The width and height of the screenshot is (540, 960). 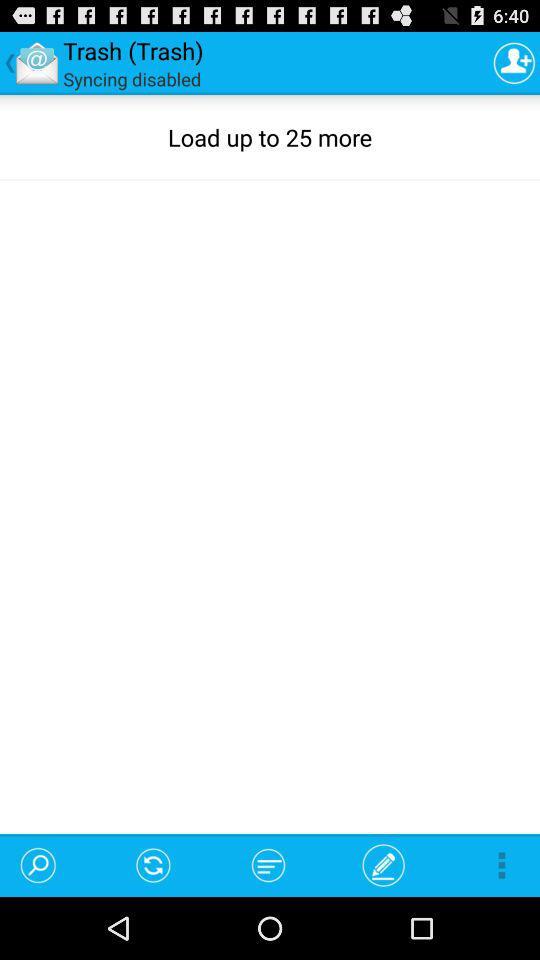 I want to click on item below the load up to app, so click(x=268, y=864).